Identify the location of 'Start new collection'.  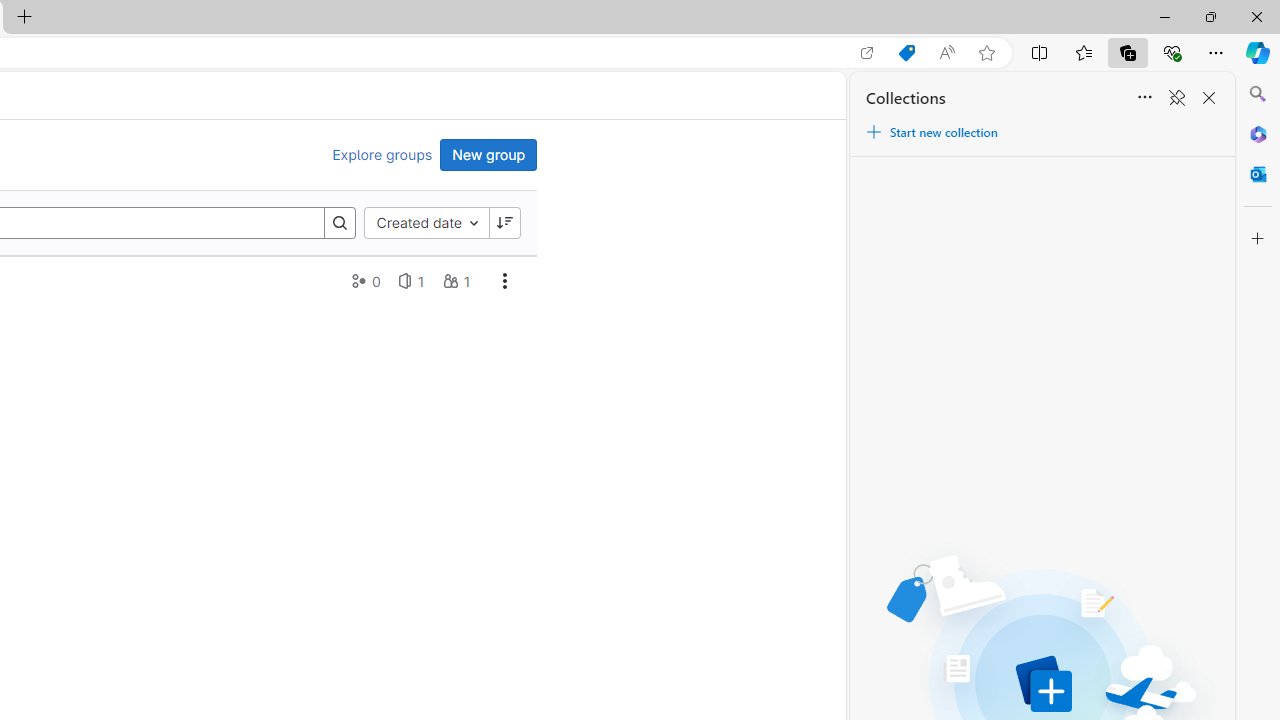
(930, 132).